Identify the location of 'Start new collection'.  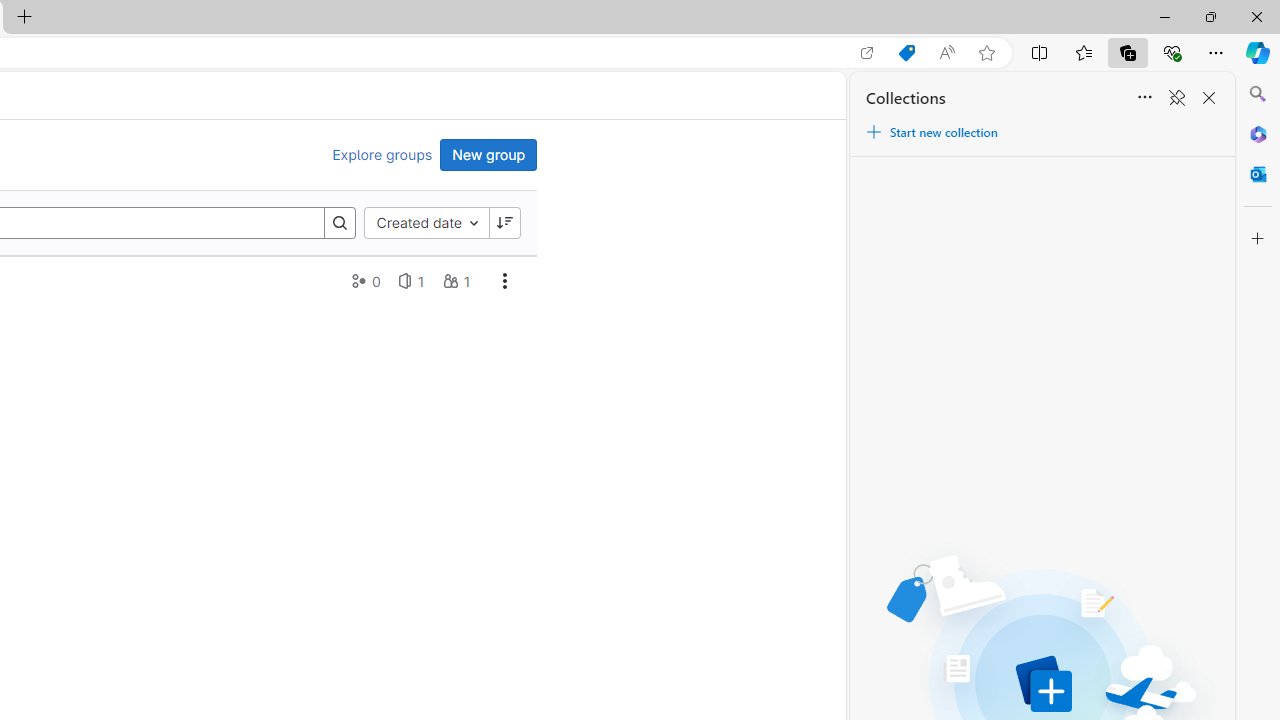
(930, 132).